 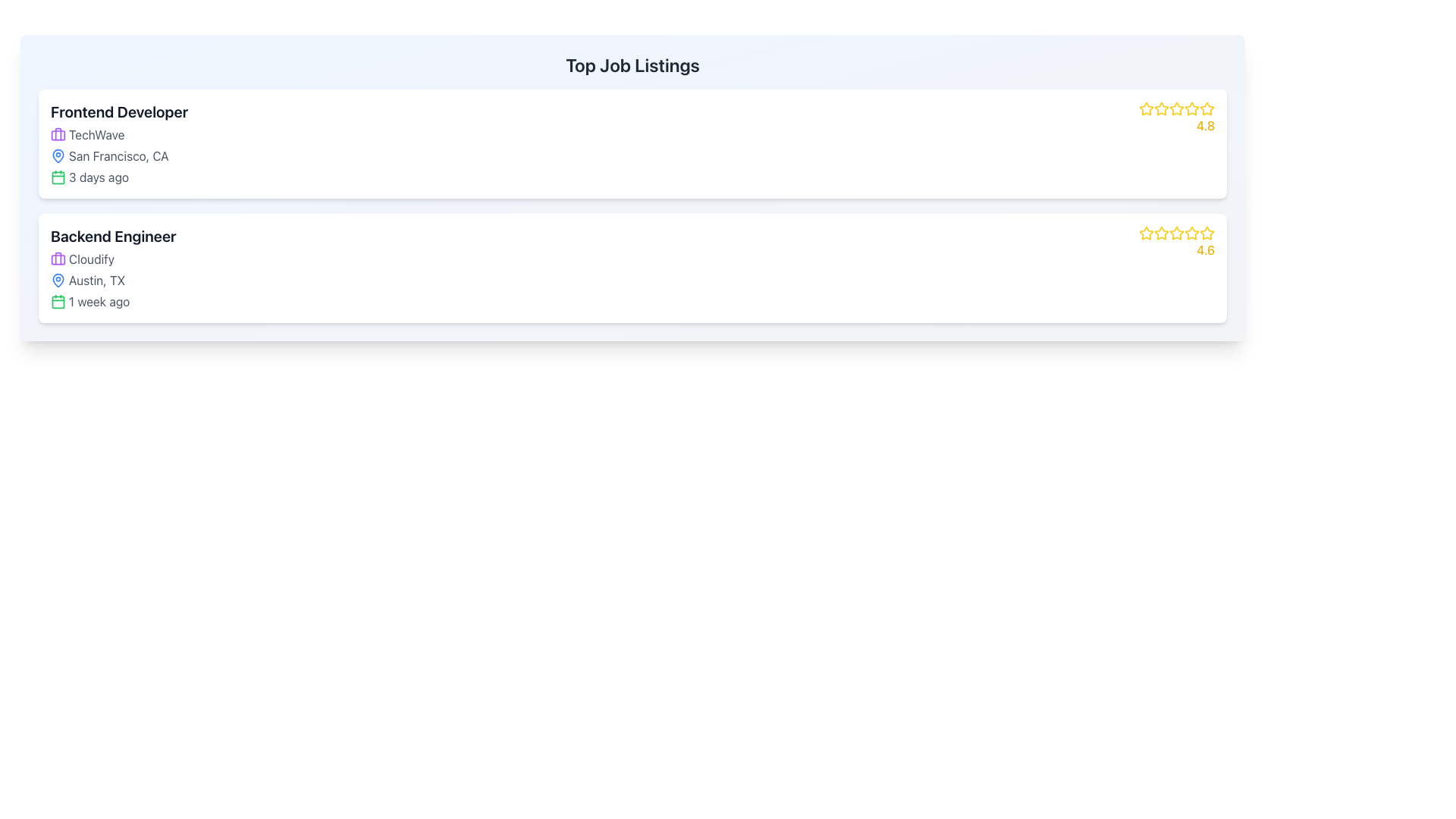 I want to click on the job details card for the 'Backend Engineer' position by clicking on the rating display located in the top-right corner of the card, which visually indicates the rating using stars and a numerical value, so click(x=1175, y=242).